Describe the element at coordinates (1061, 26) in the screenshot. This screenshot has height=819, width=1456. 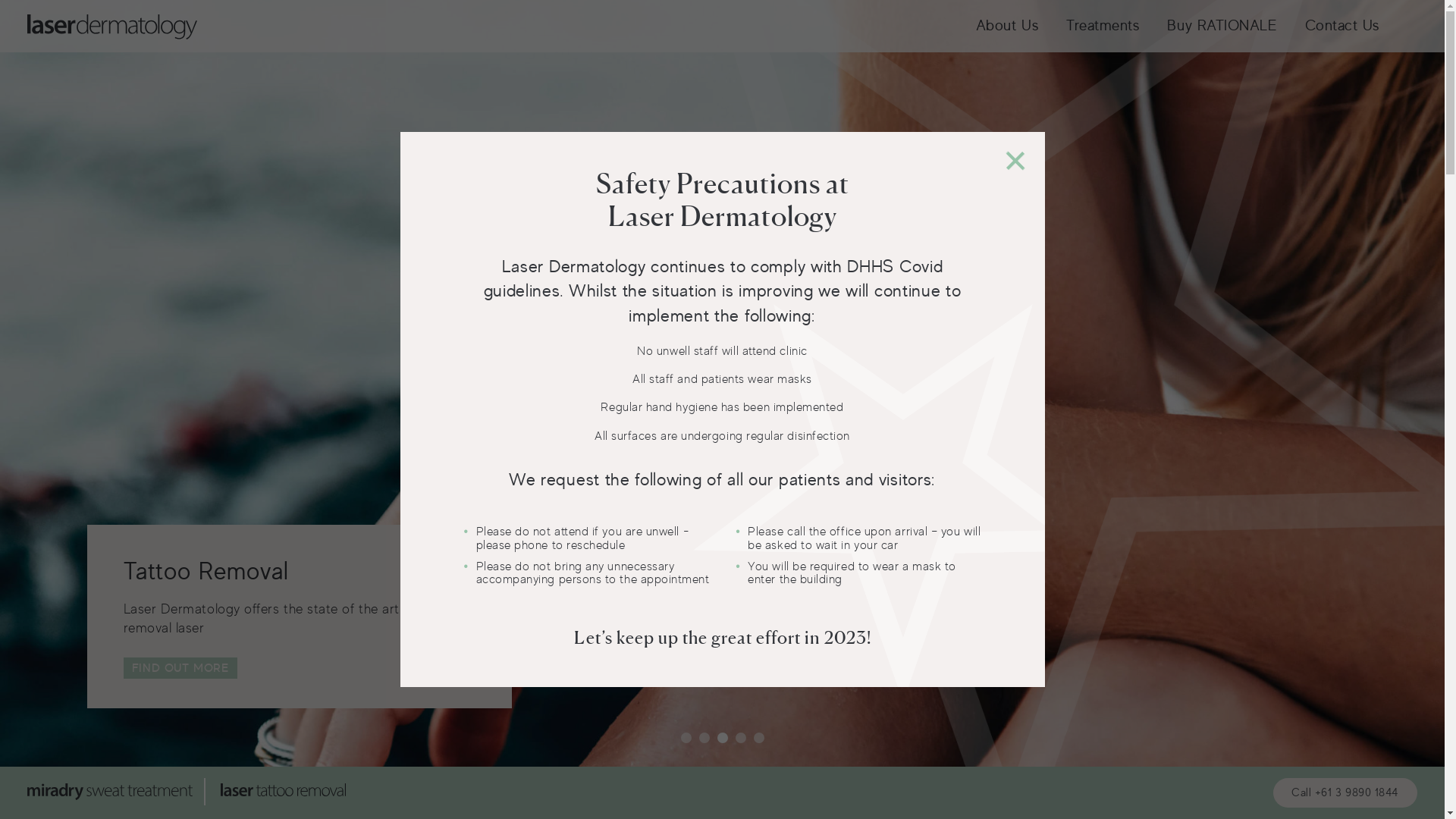
I see `'Treatments'` at that location.